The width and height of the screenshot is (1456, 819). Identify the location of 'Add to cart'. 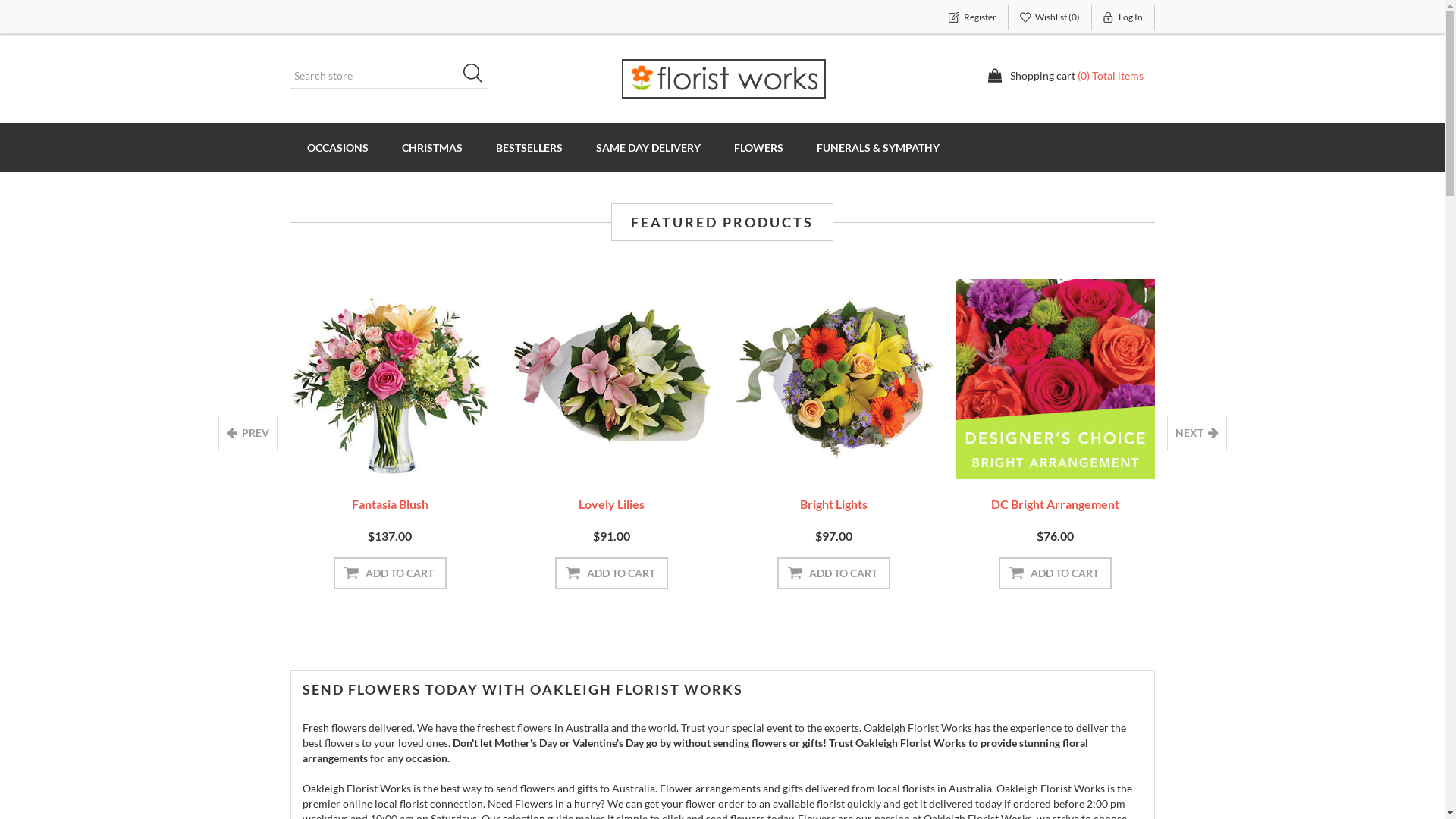
(390, 573).